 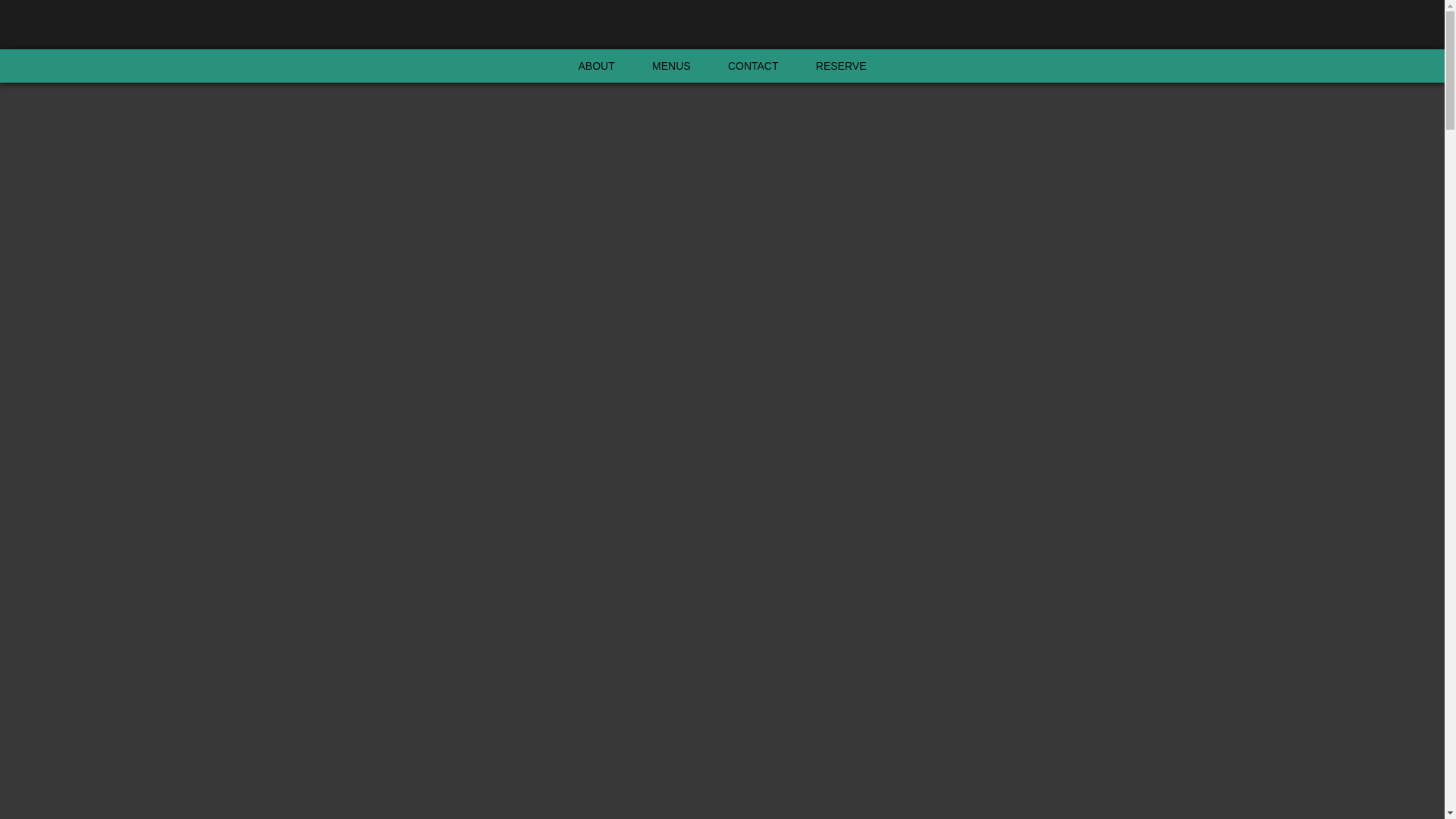 I want to click on 'CONTACT', so click(x=753, y=65).